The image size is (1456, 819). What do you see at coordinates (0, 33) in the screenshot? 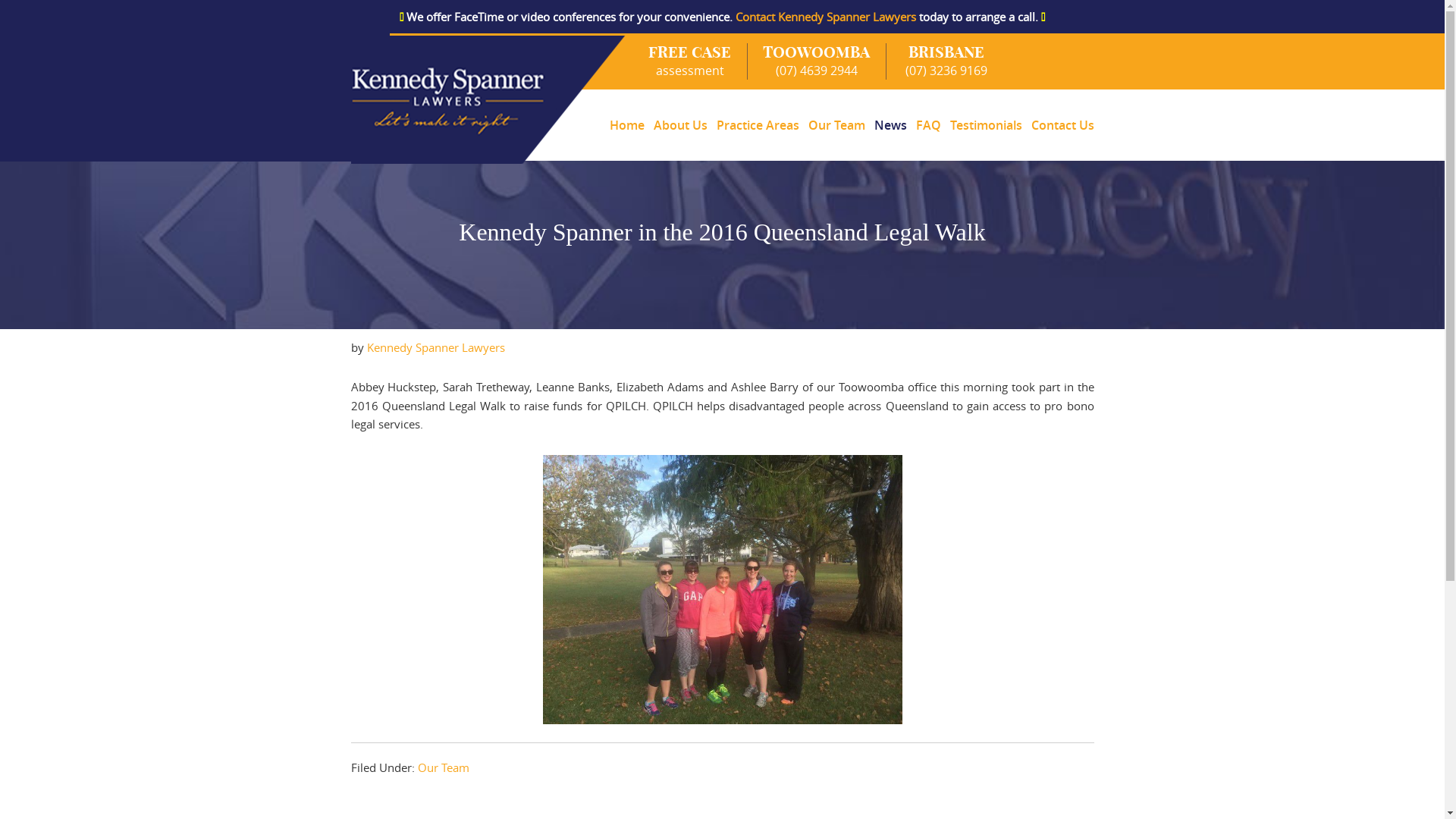
I see `'Skip to primary navigation'` at bounding box center [0, 33].